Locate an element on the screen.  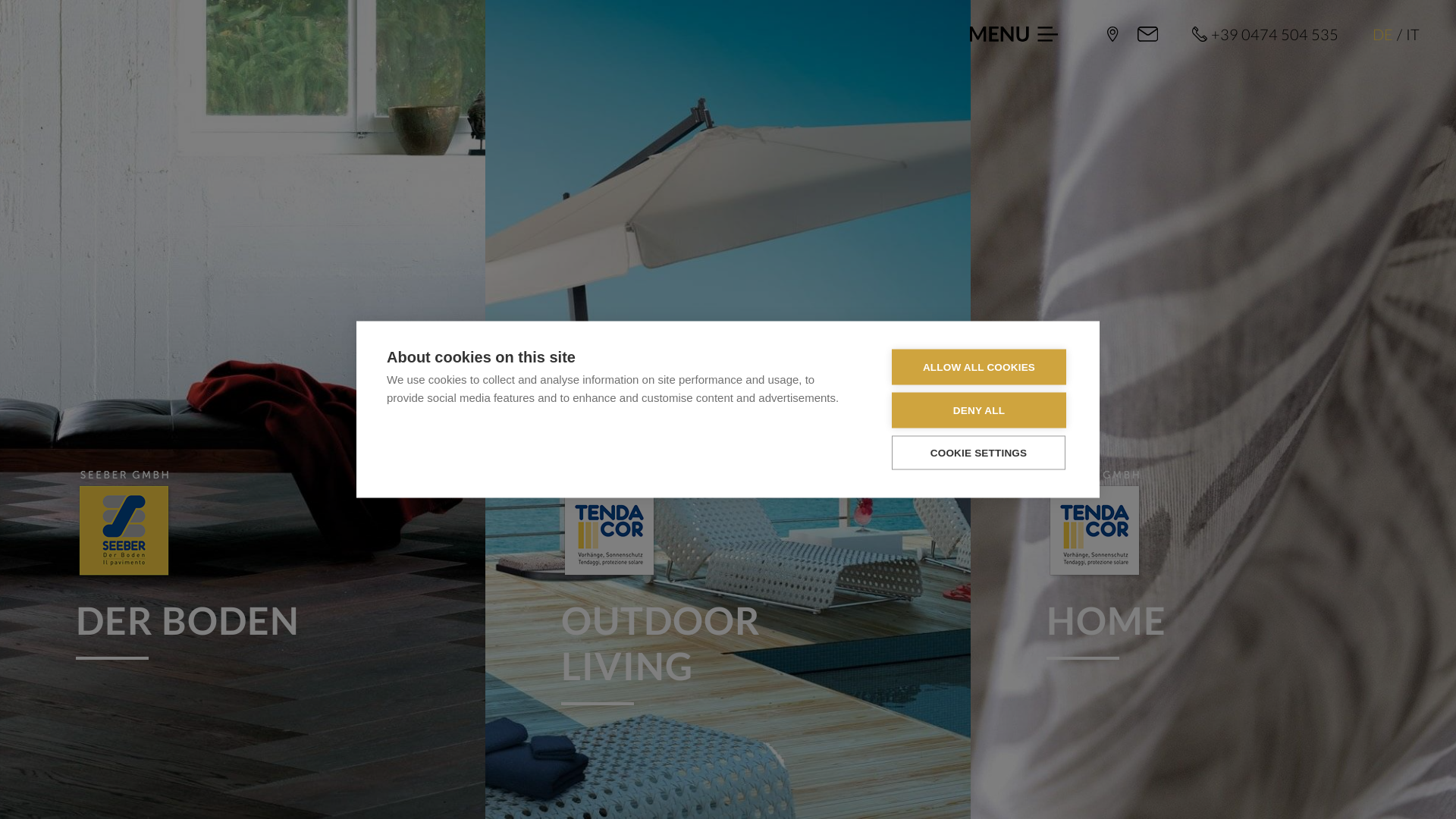
'Folgen Sie uns auf' is located at coordinates (1349, 766).